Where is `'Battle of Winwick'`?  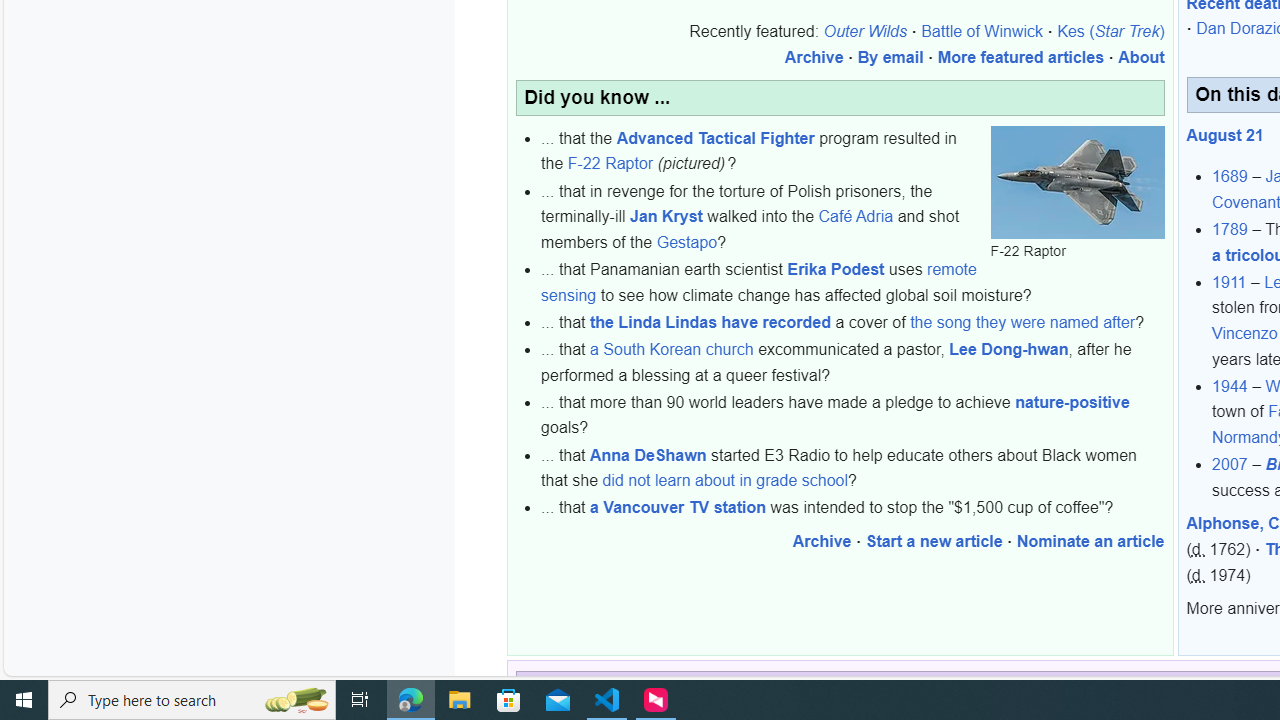
'Battle of Winwick' is located at coordinates (982, 32).